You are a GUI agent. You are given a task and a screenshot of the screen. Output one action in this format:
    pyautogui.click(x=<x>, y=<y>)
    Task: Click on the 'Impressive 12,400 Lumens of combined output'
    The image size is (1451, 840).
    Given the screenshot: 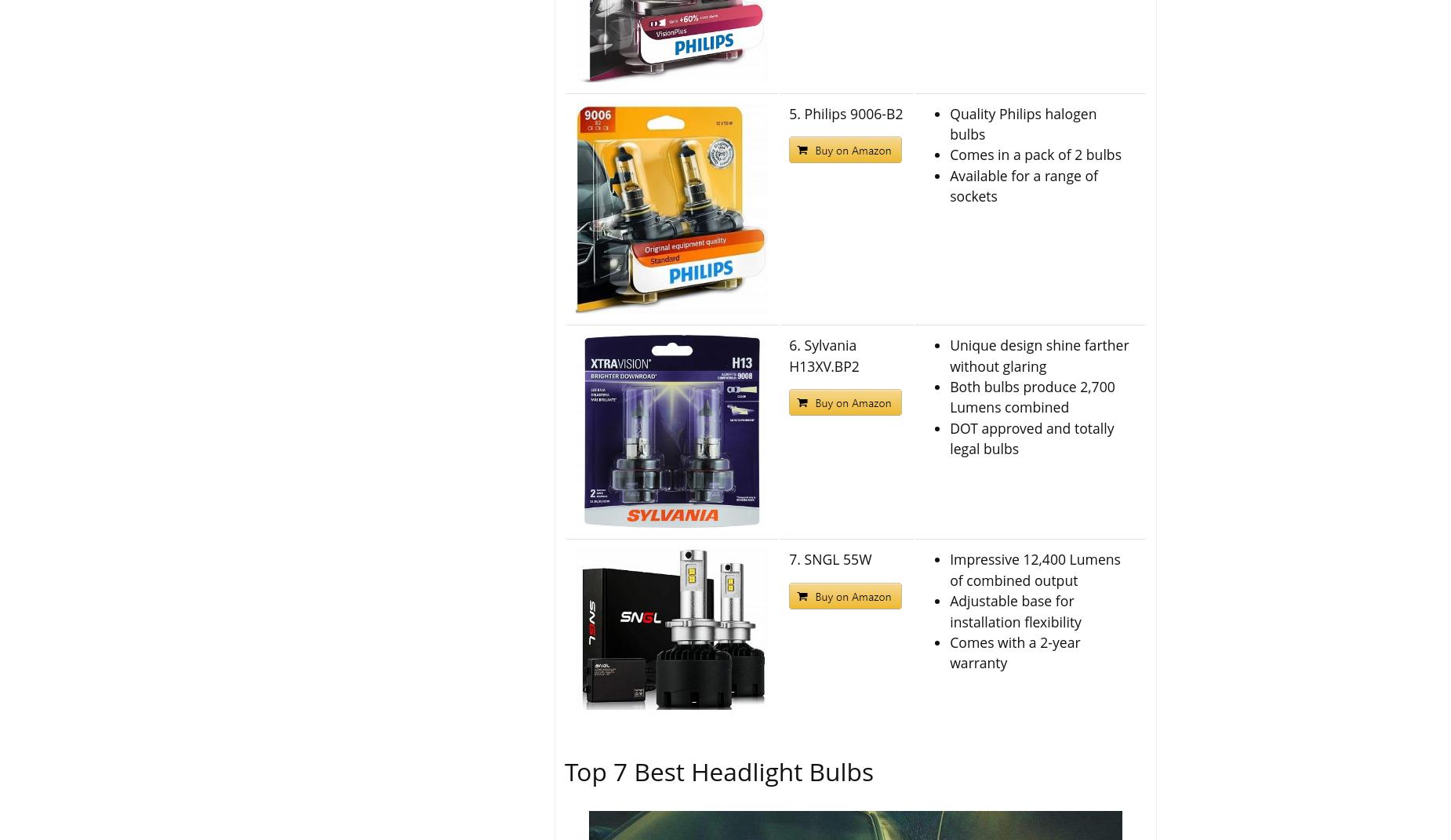 What is the action you would take?
    pyautogui.click(x=1034, y=569)
    